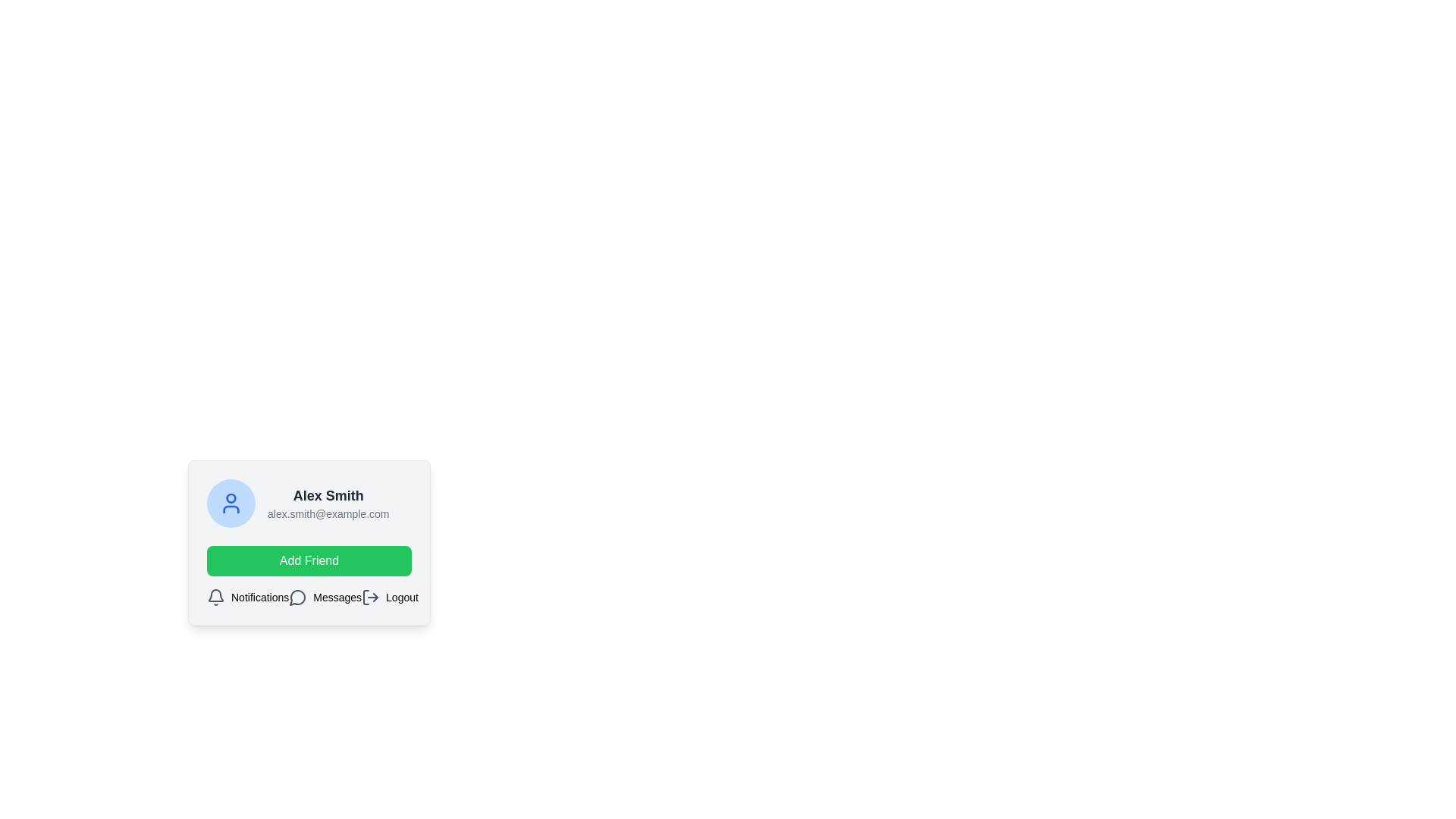  Describe the element at coordinates (298, 596) in the screenshot. I see `the Message Indicator icon, which is a speech bubble icon outlined in gray` at that location.